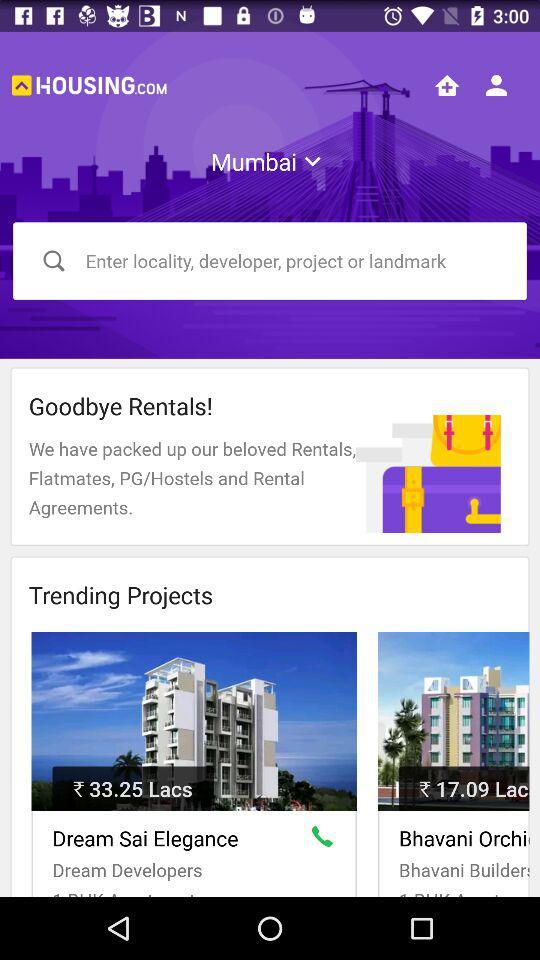 The image size is (540, 960). I want to click on item below mumbai icon, so click(270, 260).